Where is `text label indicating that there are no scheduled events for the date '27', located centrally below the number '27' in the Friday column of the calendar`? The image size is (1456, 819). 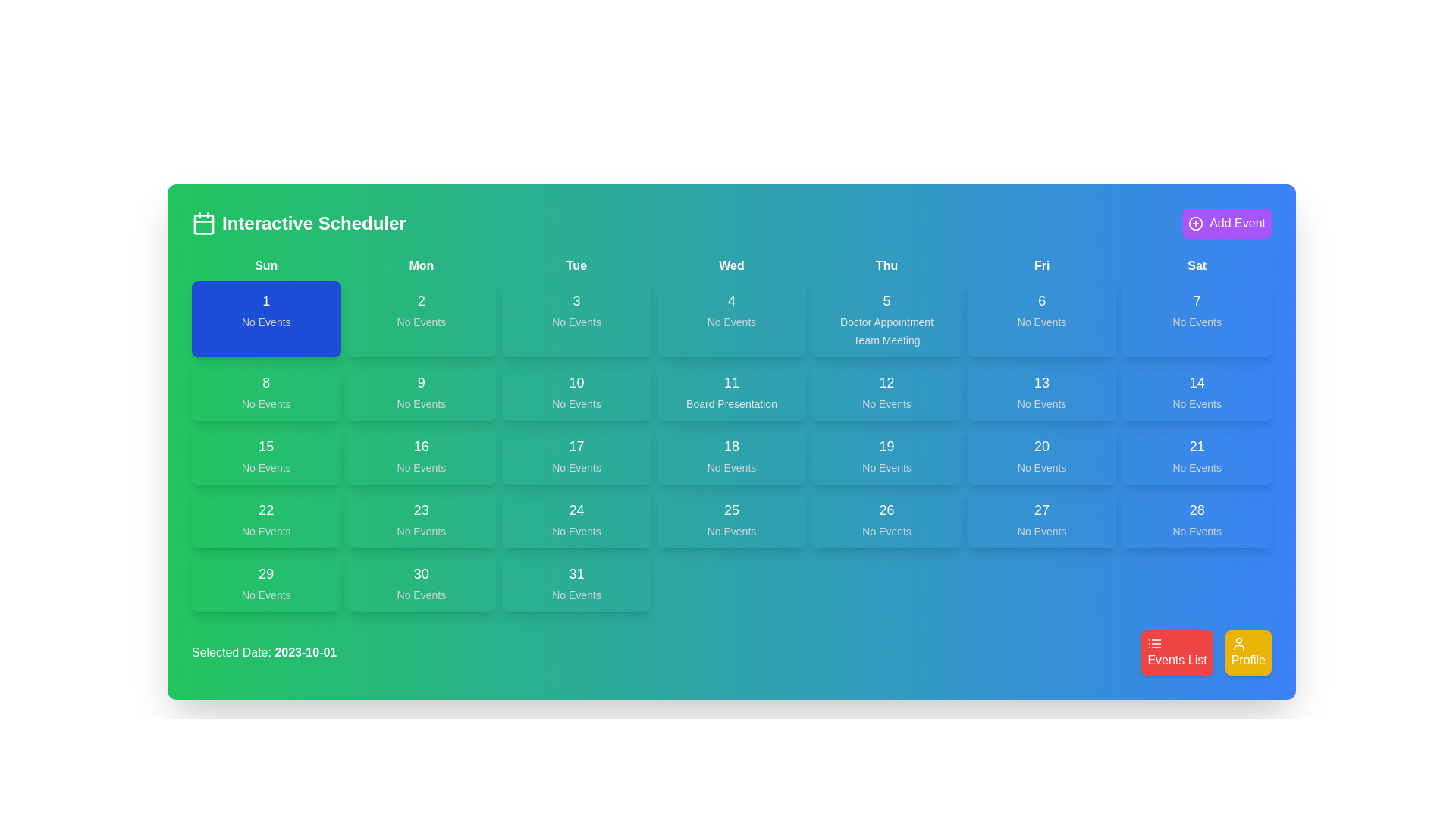
text label indicating that there are no scheduled events for the date '27', located centrally below the number '27' in the Friday column of the calendar is located at coordinates (1041, 531).